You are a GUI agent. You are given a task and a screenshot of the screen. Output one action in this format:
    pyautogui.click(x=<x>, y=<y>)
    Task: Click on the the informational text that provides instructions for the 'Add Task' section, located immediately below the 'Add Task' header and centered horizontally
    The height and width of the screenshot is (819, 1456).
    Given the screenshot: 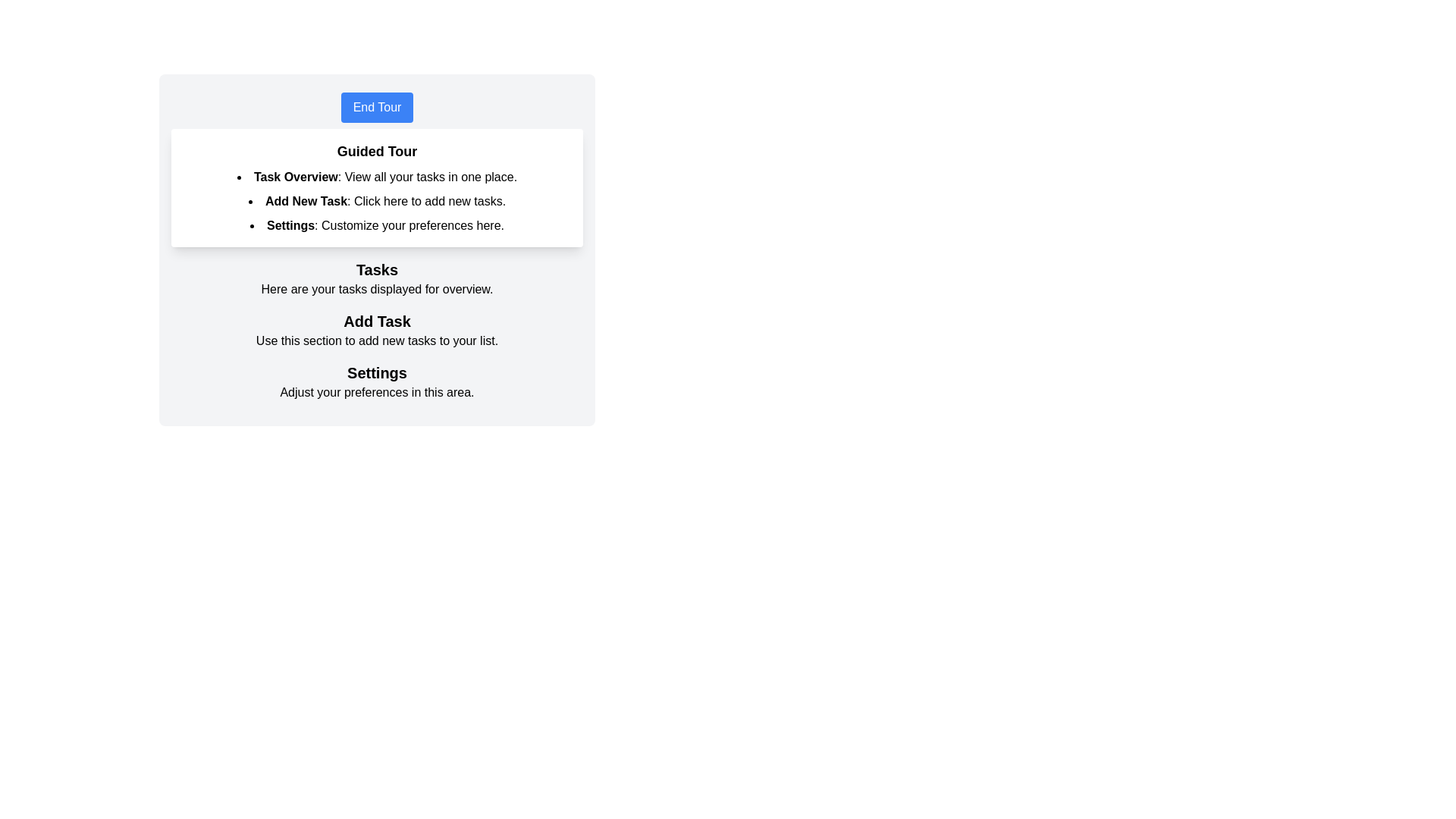 What is the action you would take?
    pyautogui.click(x=377, y=341)
    